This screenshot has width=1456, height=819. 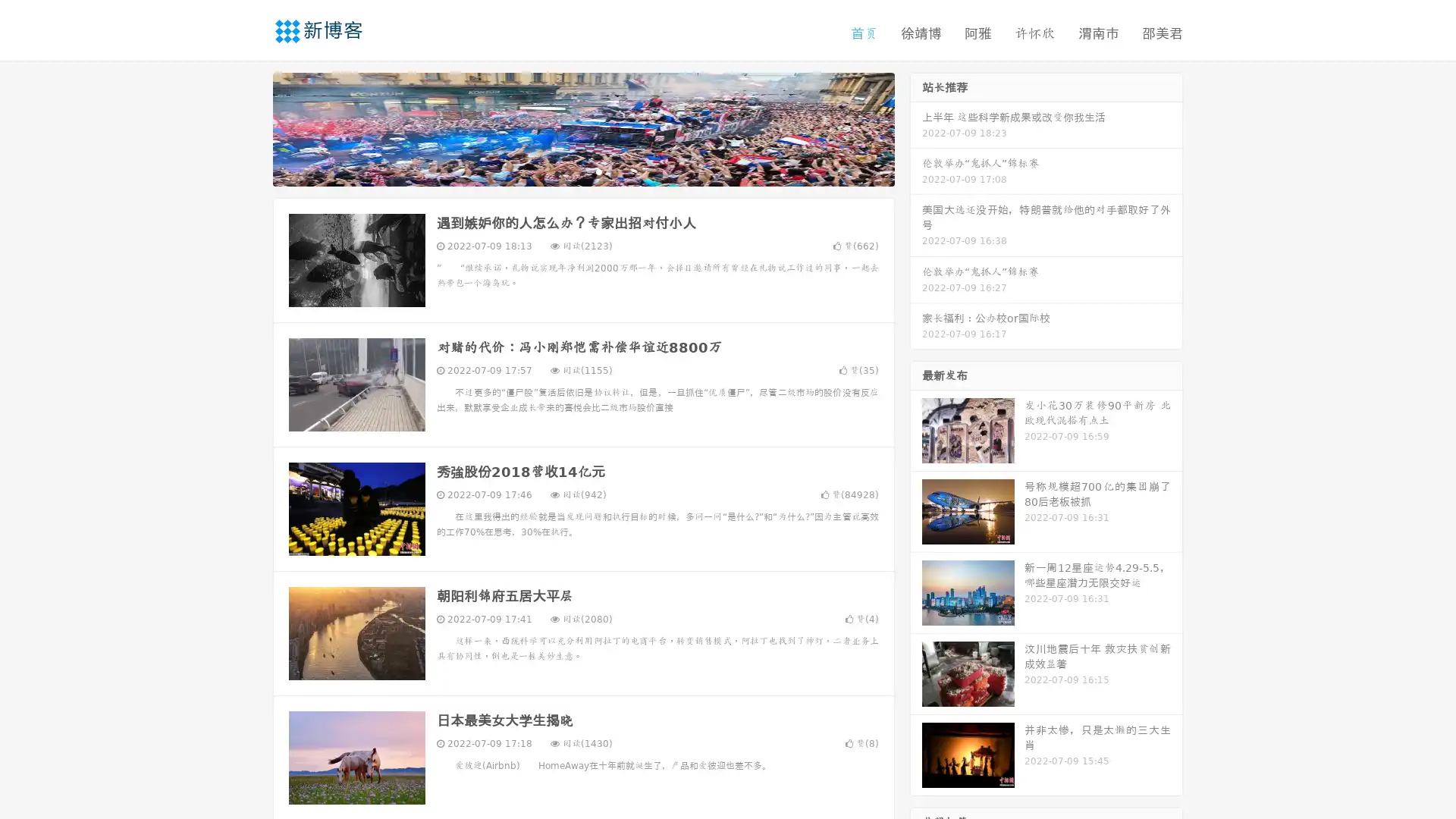 I want to click on Go to slide 2, so click(x=582, y=171).